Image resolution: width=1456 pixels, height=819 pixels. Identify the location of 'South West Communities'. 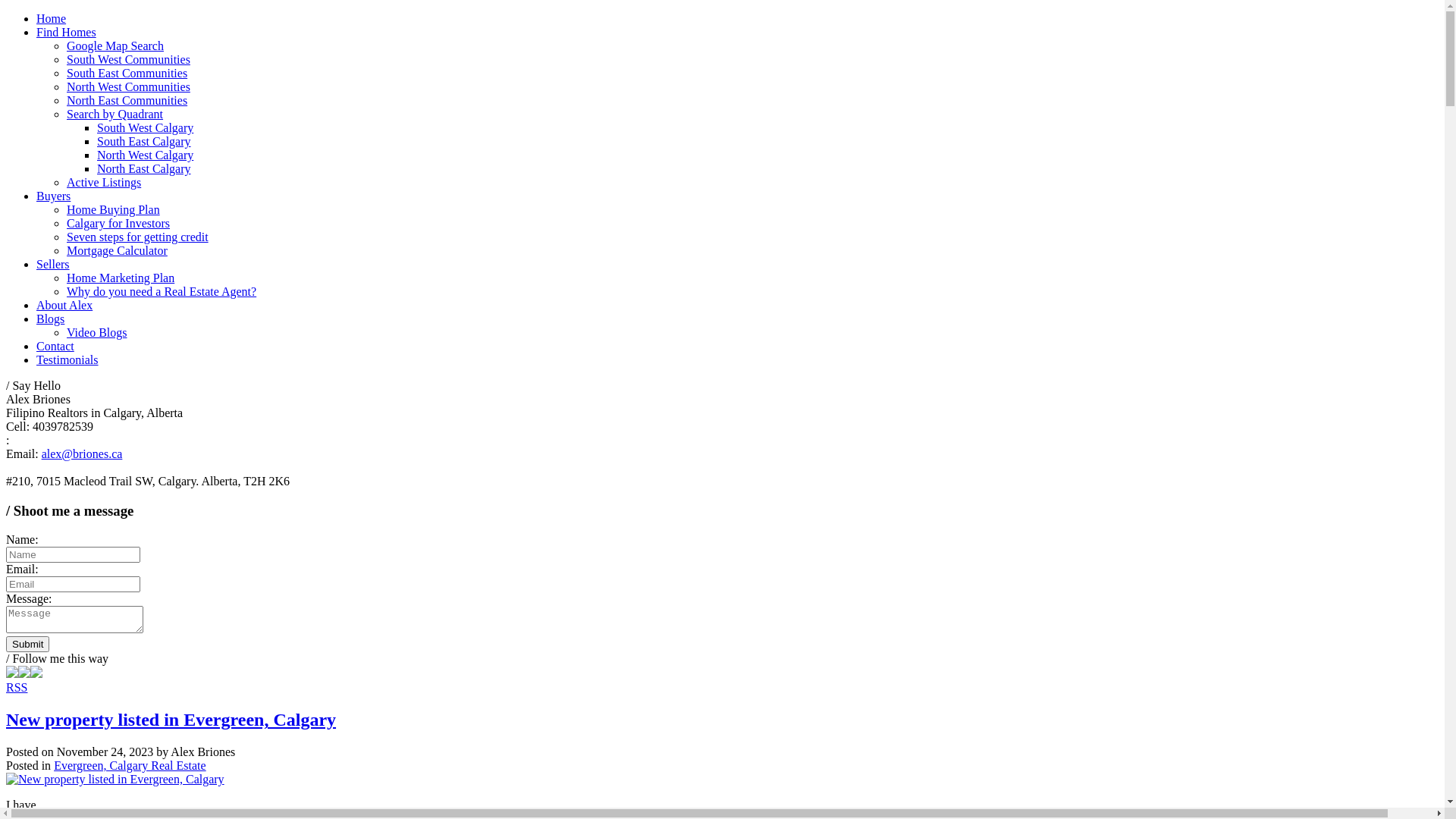
(128, 58).